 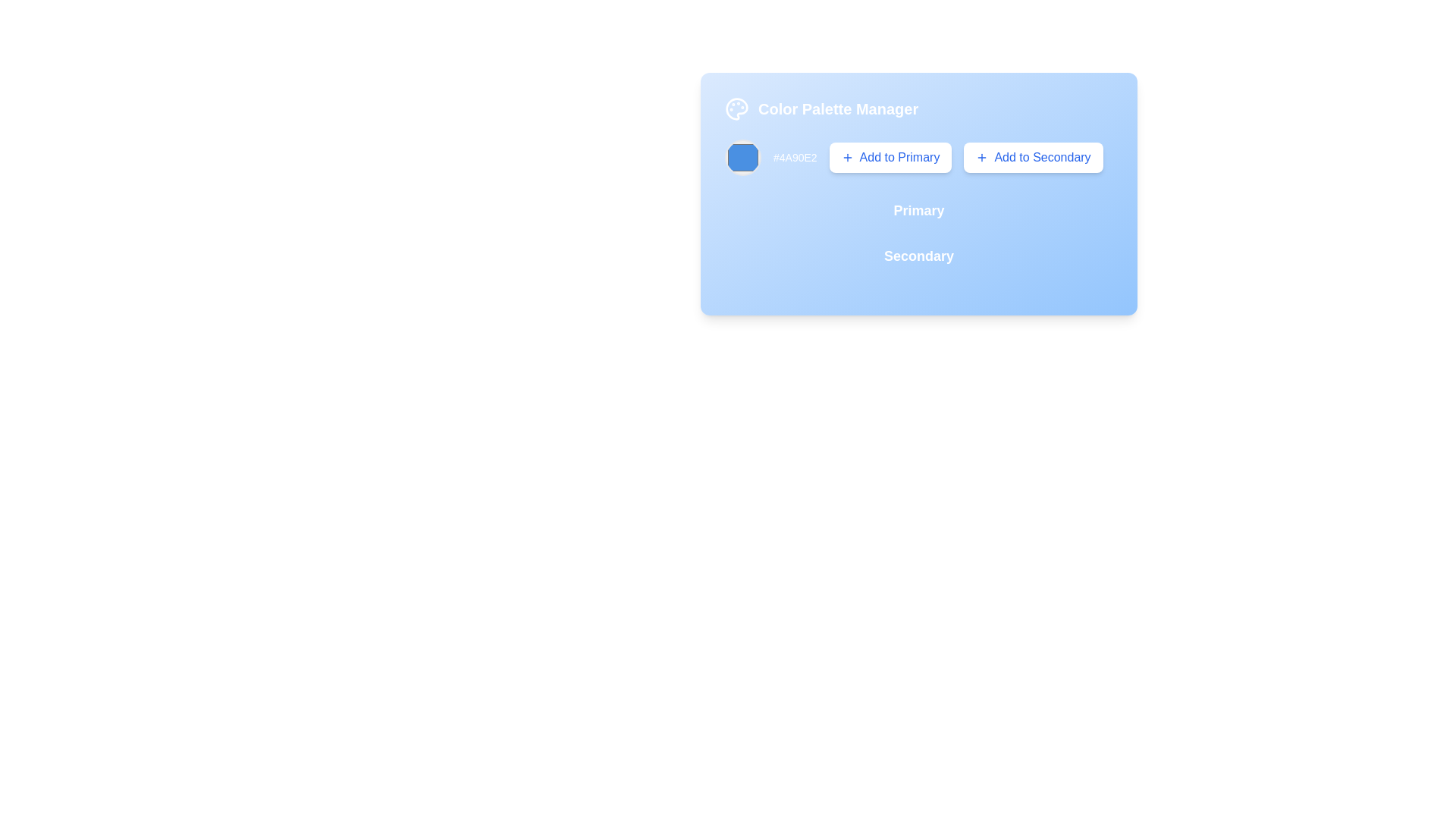 What do you see at coordinates (890, 158) in the screenshot?
I see `the 'Add to Primary' button, which is a rectangular button with rounded corners, featuring a white background and blue text, to observe styling changes` at bounding box center [890, 158].